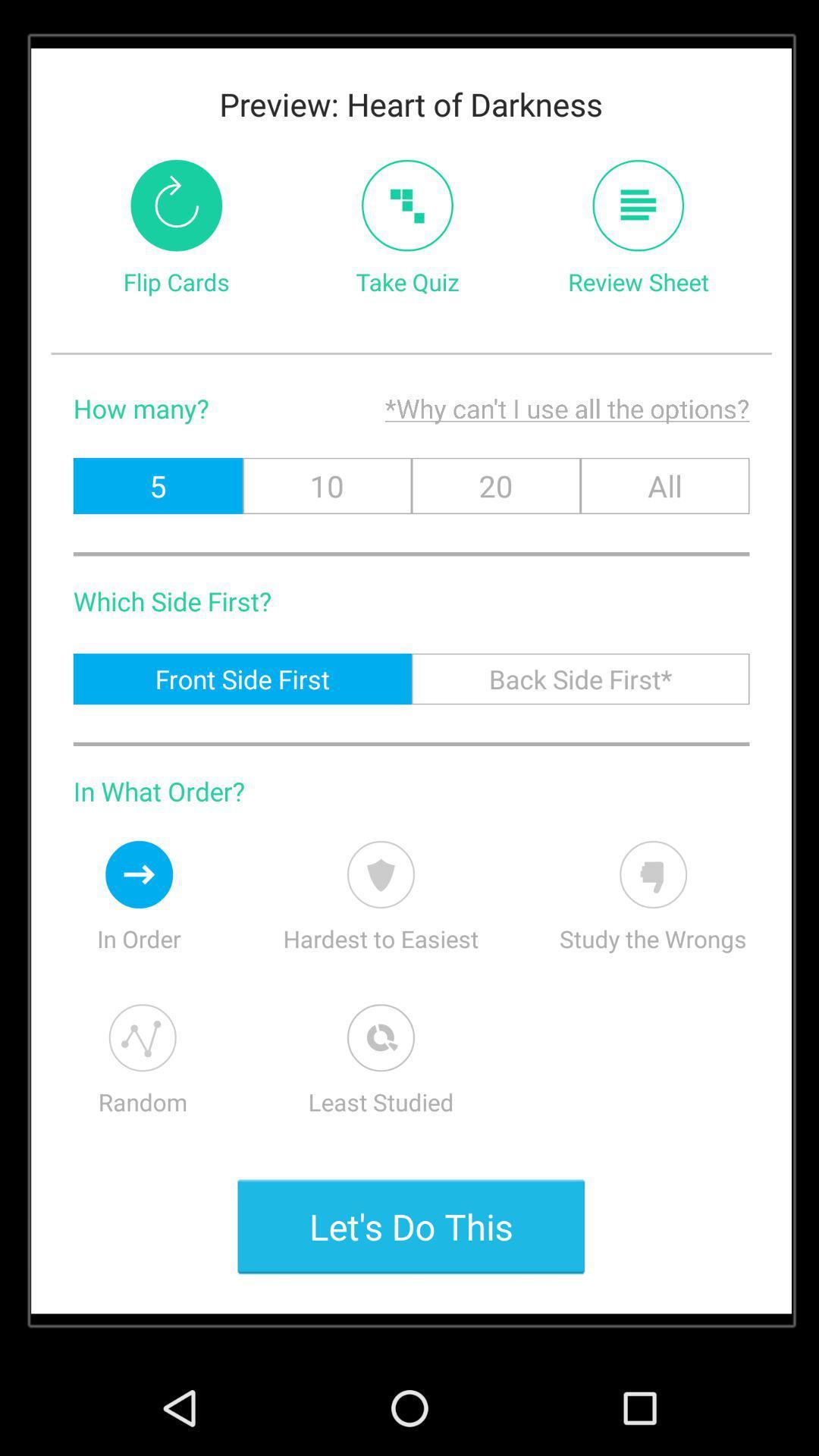  What do you see at coordinates (406, 205) in the screenshot?
I see `take a quiz` at bounding box center [406, 205].